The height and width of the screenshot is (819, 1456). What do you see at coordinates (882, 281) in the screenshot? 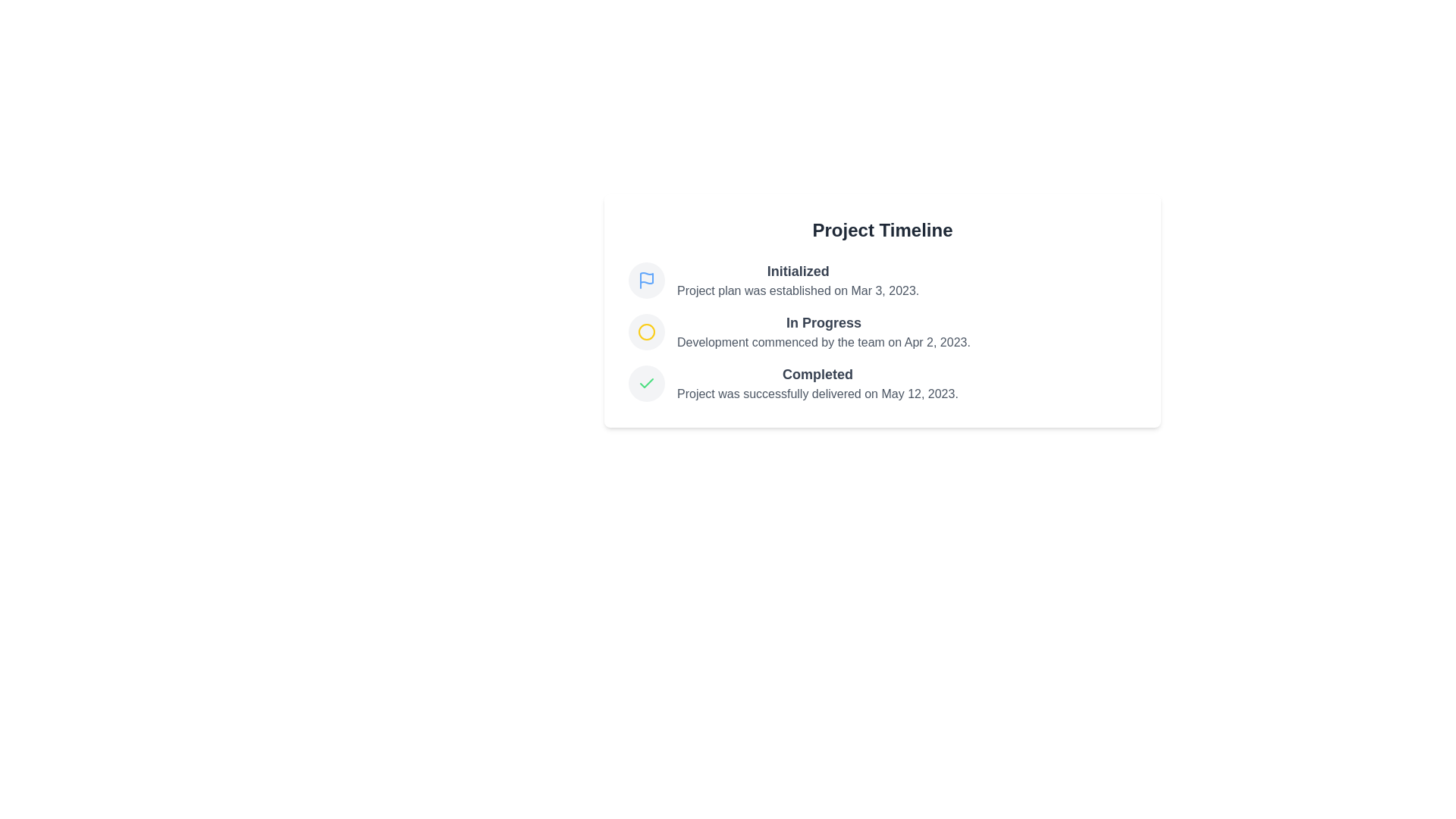
I see `the List item labeled 'Initialized' in the project timeline widget, which contains the description 'Project plan was established on Mar 3, 2023.'` at bounding box center [882, 281].